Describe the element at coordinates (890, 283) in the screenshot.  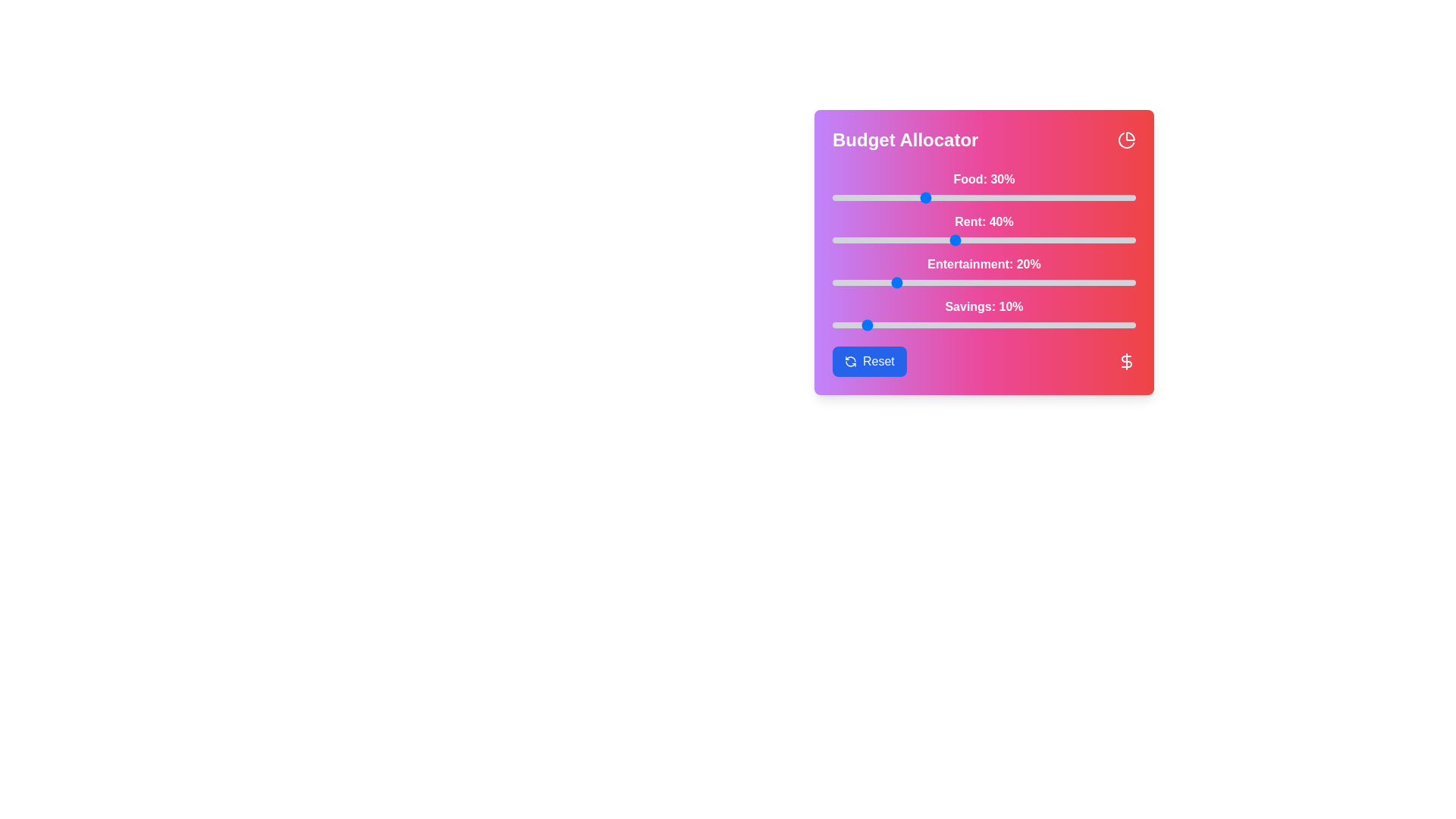
I see `the slider value` at that location.